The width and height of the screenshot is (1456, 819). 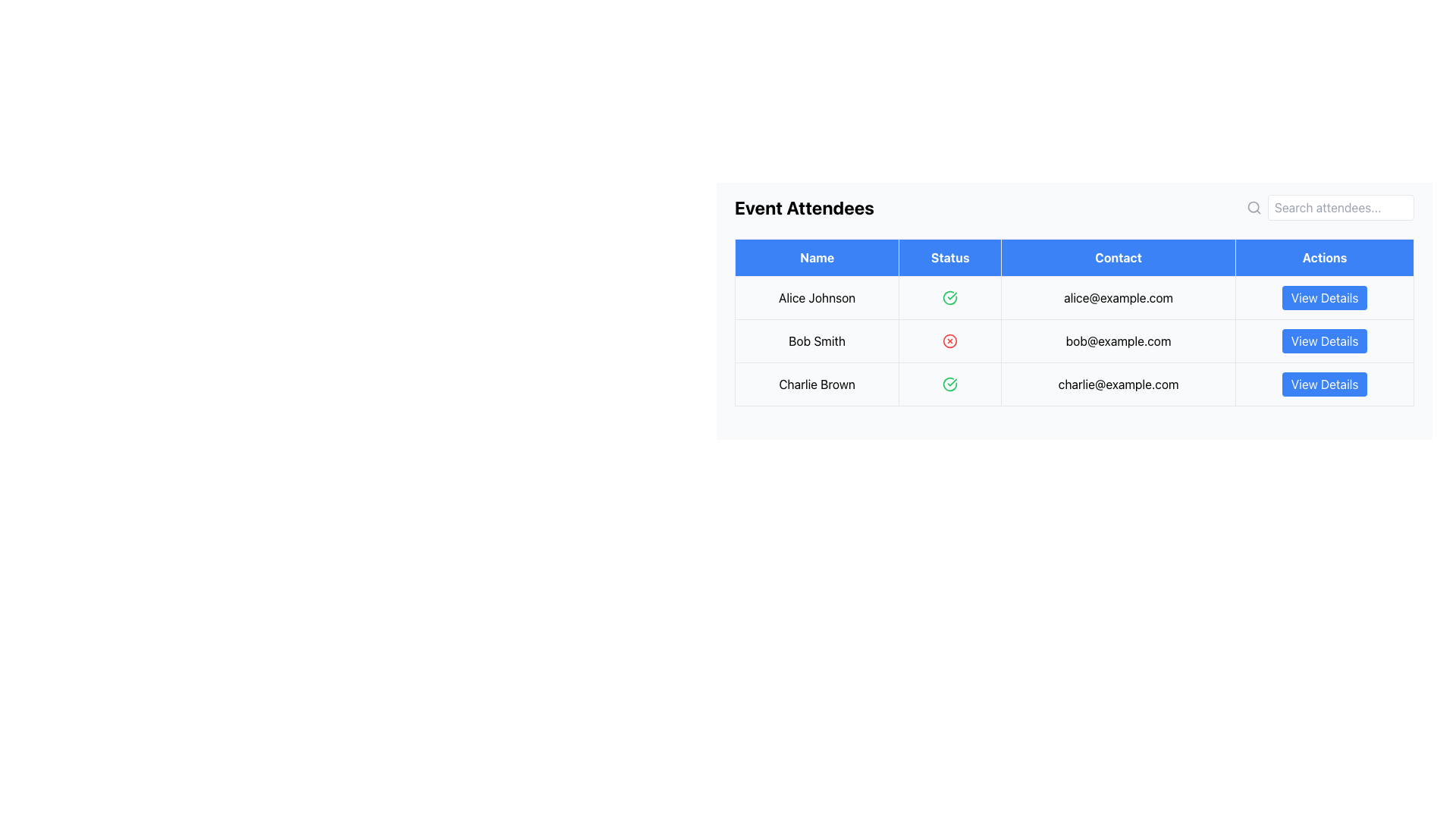 I want to click on the text label displaying 'Alice Johnson' in the 'Name' column of the table, so click(x=816, y=298).